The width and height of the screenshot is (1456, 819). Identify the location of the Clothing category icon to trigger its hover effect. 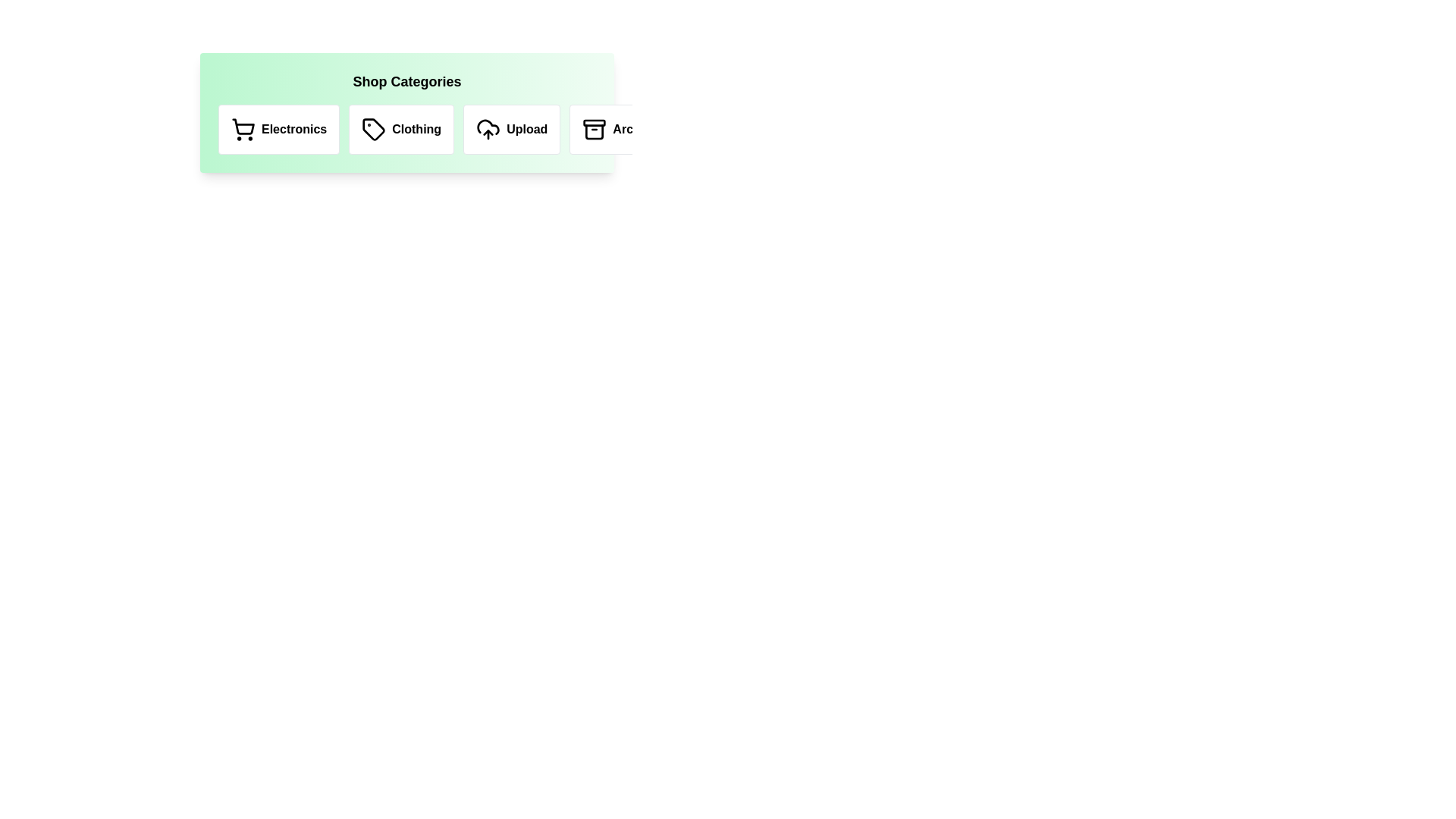
(401, 128).